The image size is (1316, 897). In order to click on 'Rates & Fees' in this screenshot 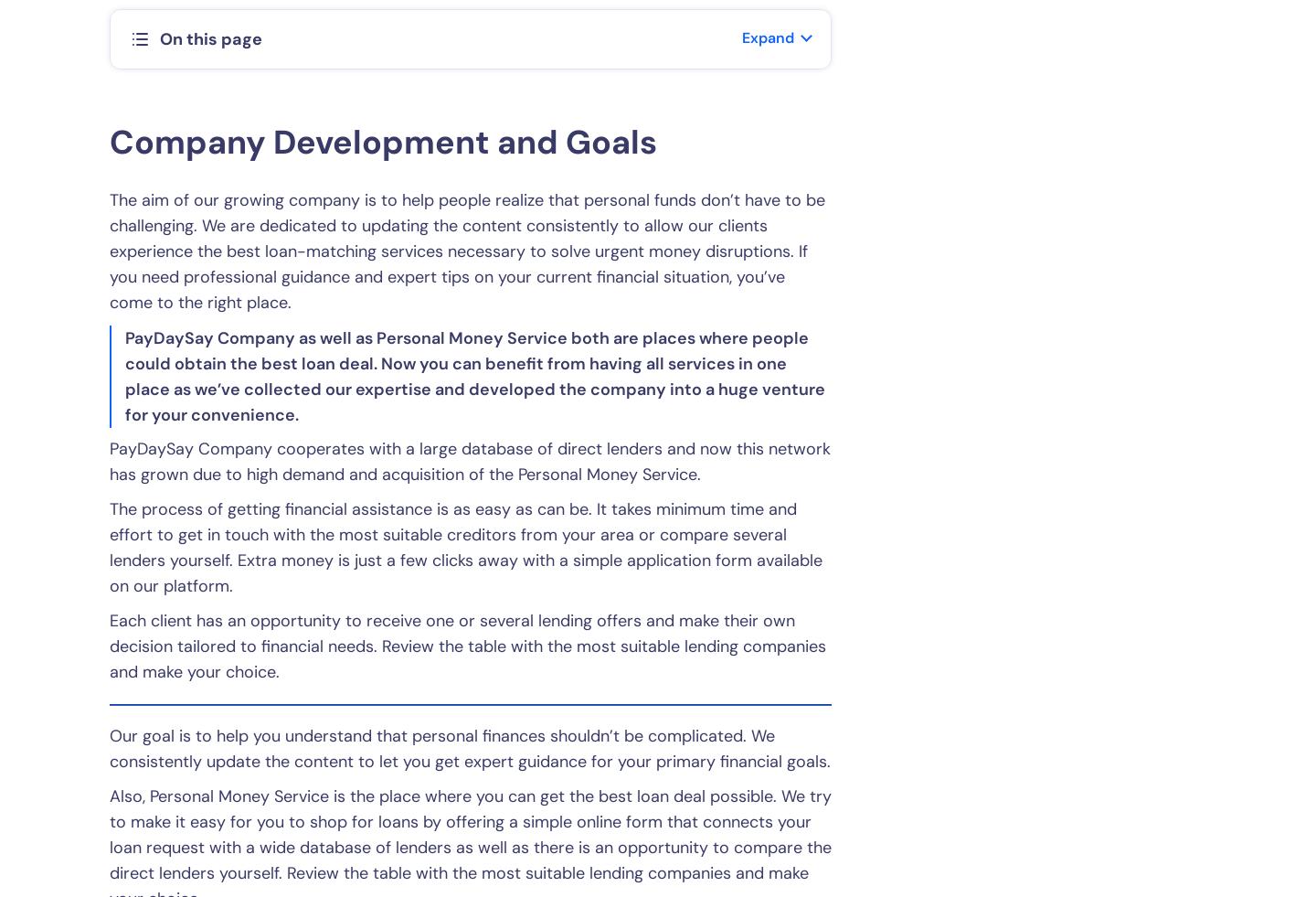, I will do `click(338, 514)`.